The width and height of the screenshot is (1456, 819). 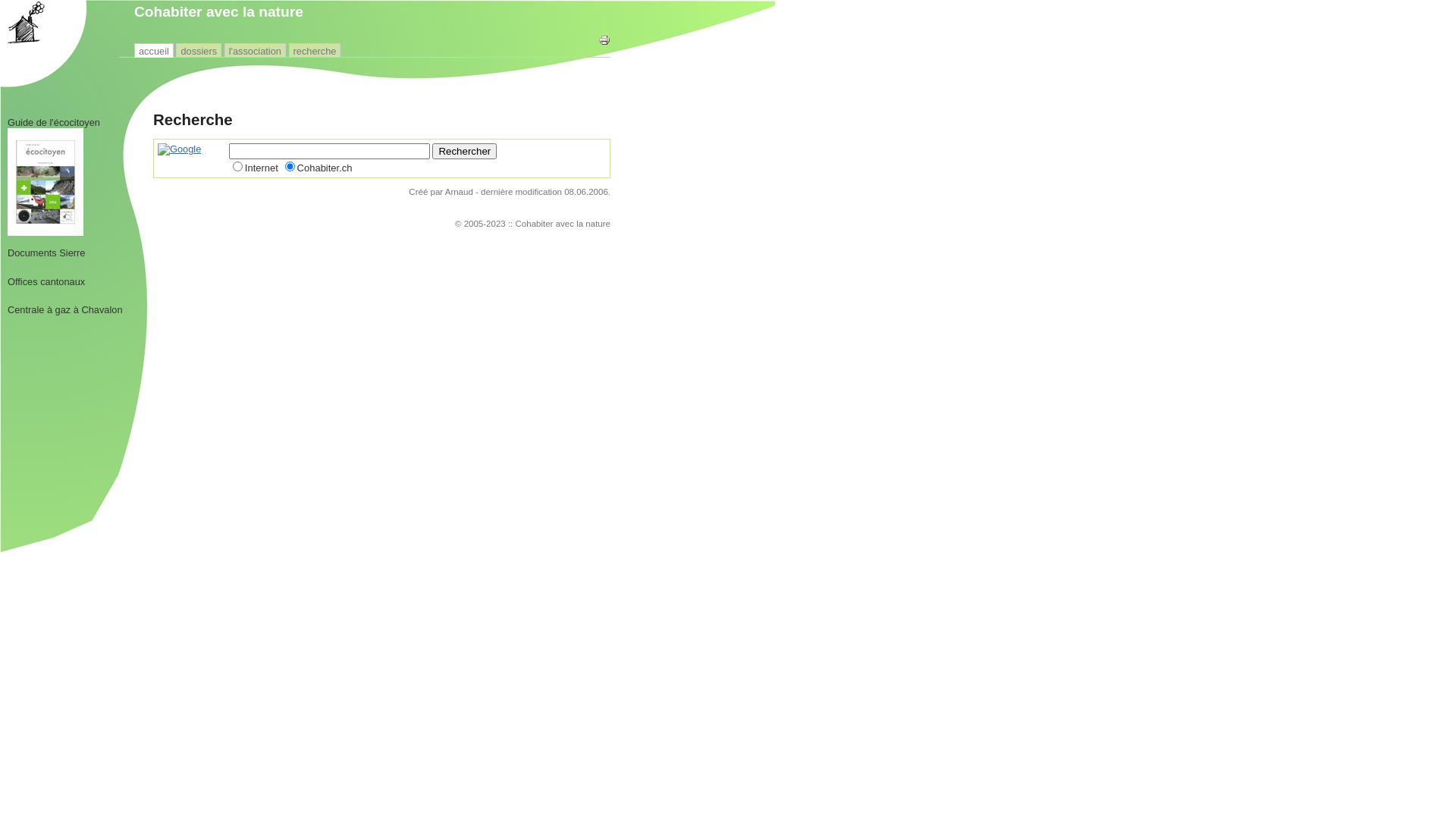 I want to click on 'accueil', so click(x=153, y=50).